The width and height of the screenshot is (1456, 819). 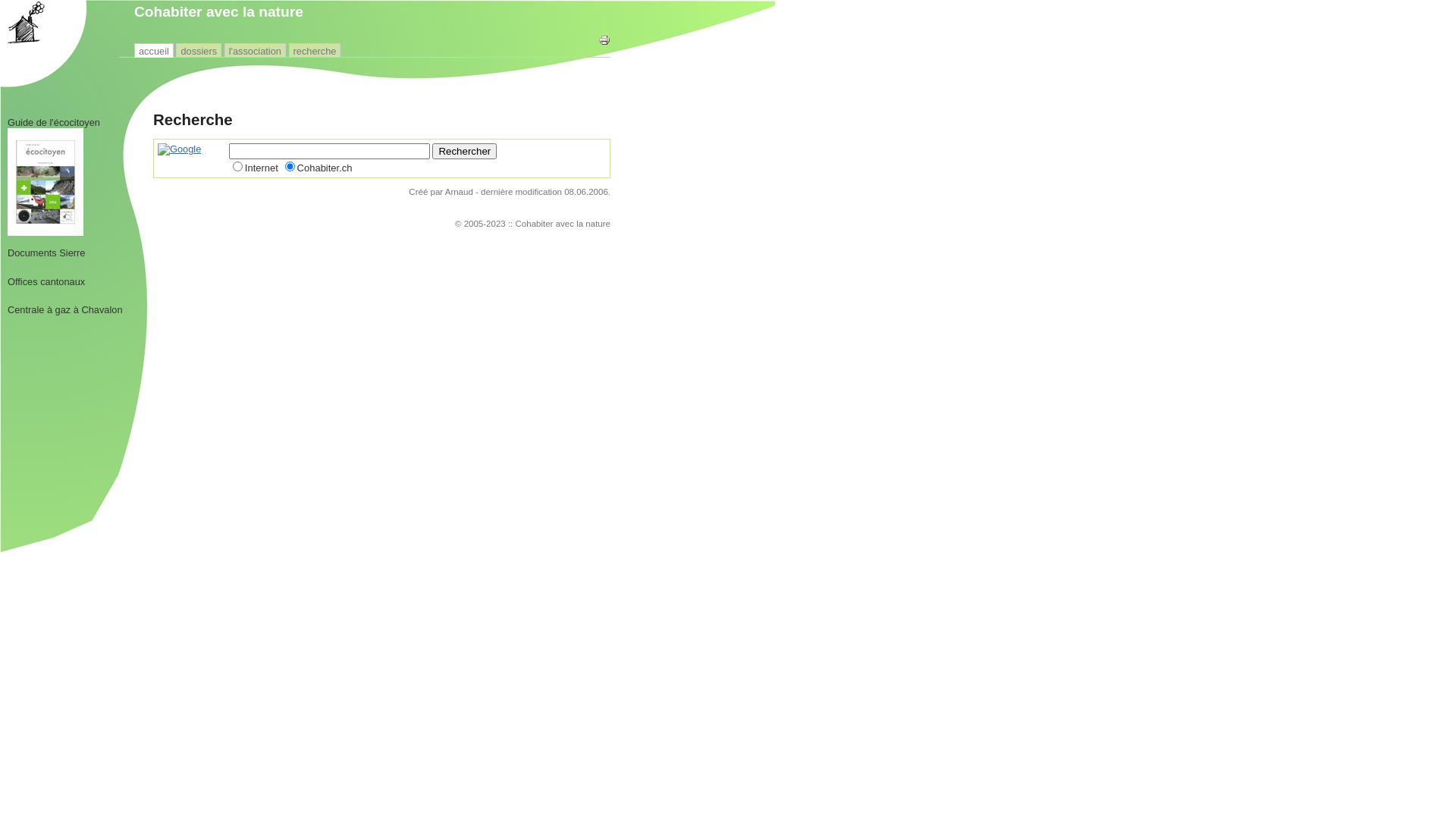 I want to click on 'accueil', so click(x=153, y=50).